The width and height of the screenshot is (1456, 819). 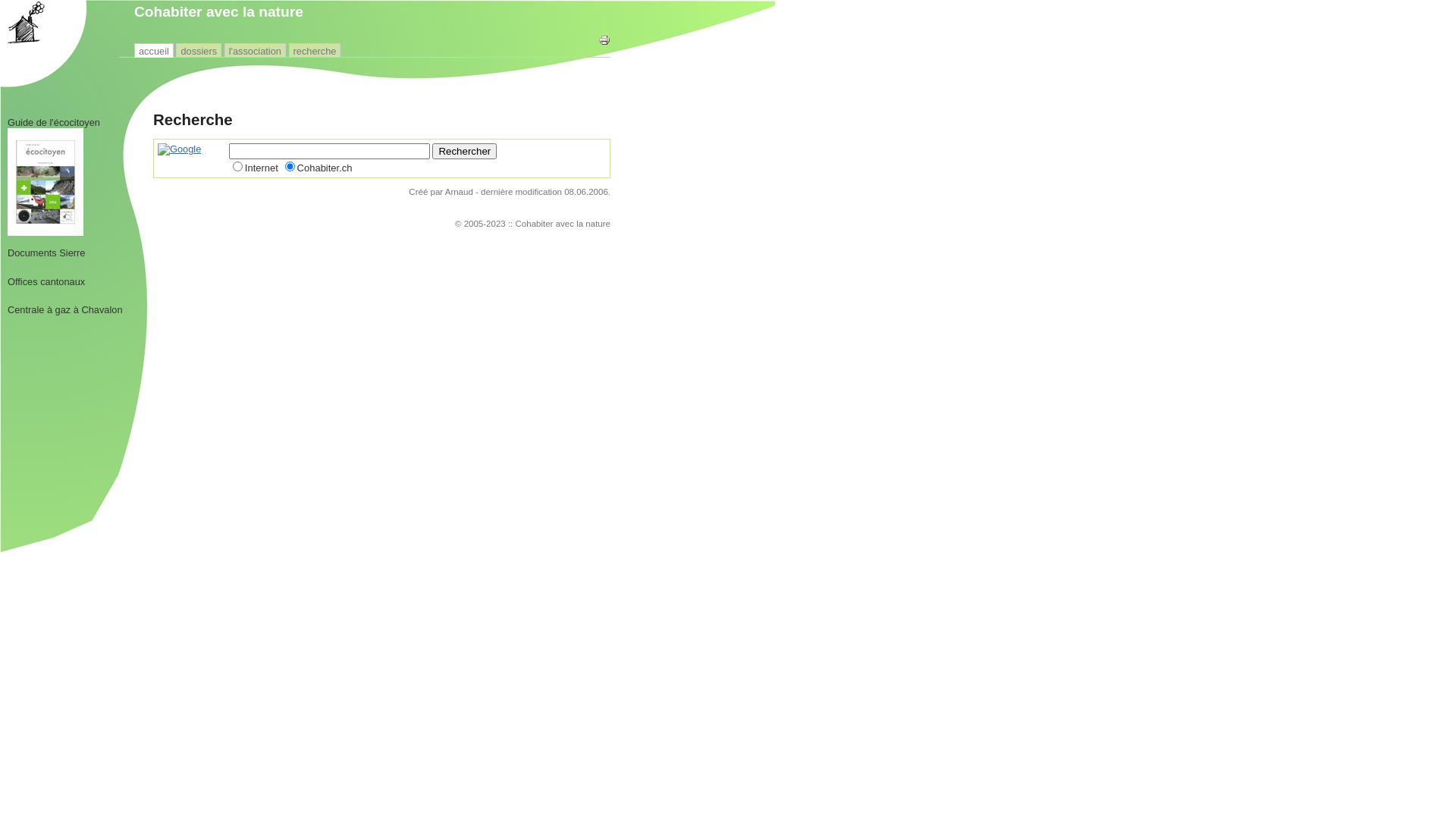 I want to click on 'accueil', so click(x=153, y=50).